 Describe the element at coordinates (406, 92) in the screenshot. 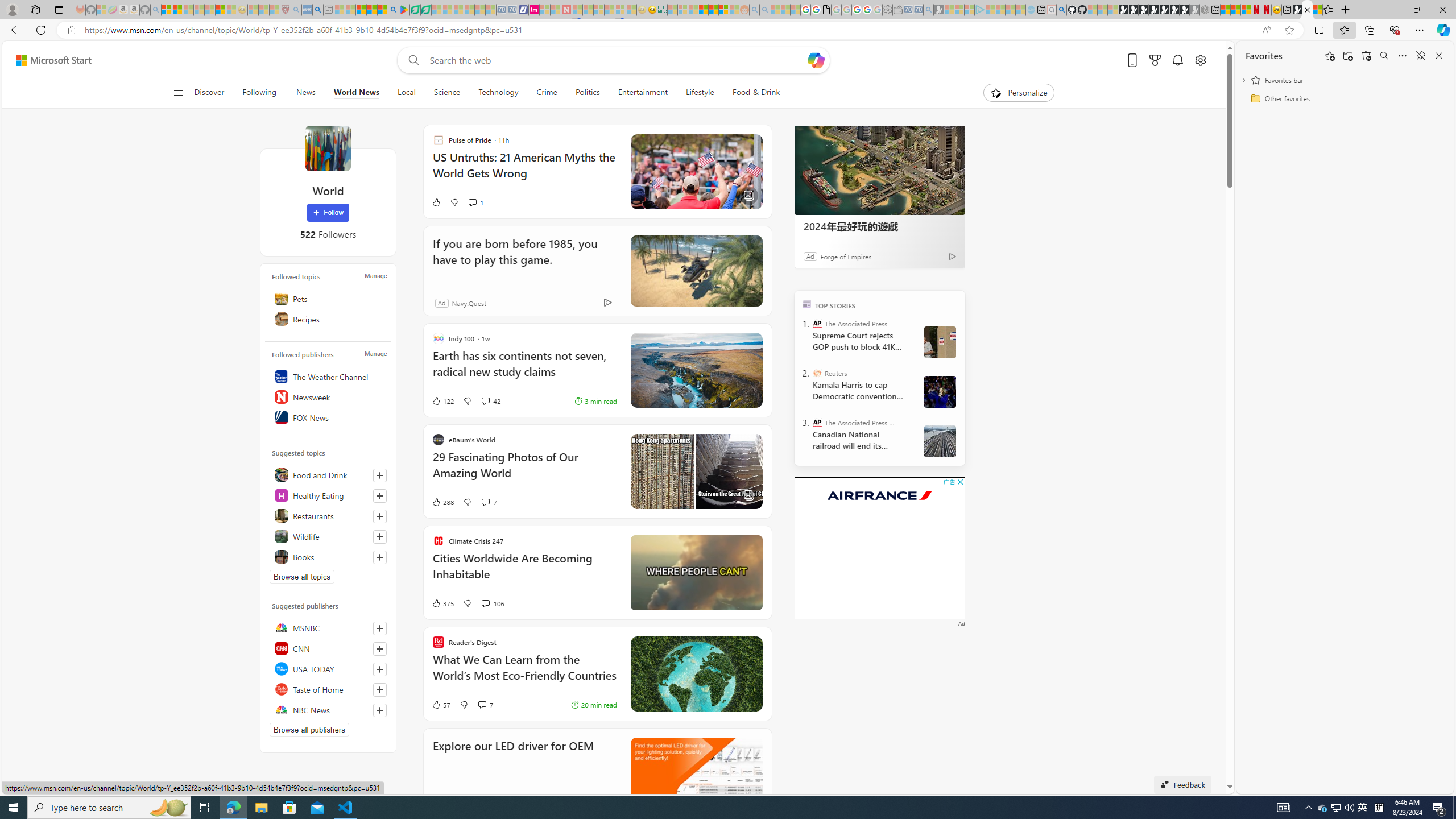

I see `'Local'` at that location.